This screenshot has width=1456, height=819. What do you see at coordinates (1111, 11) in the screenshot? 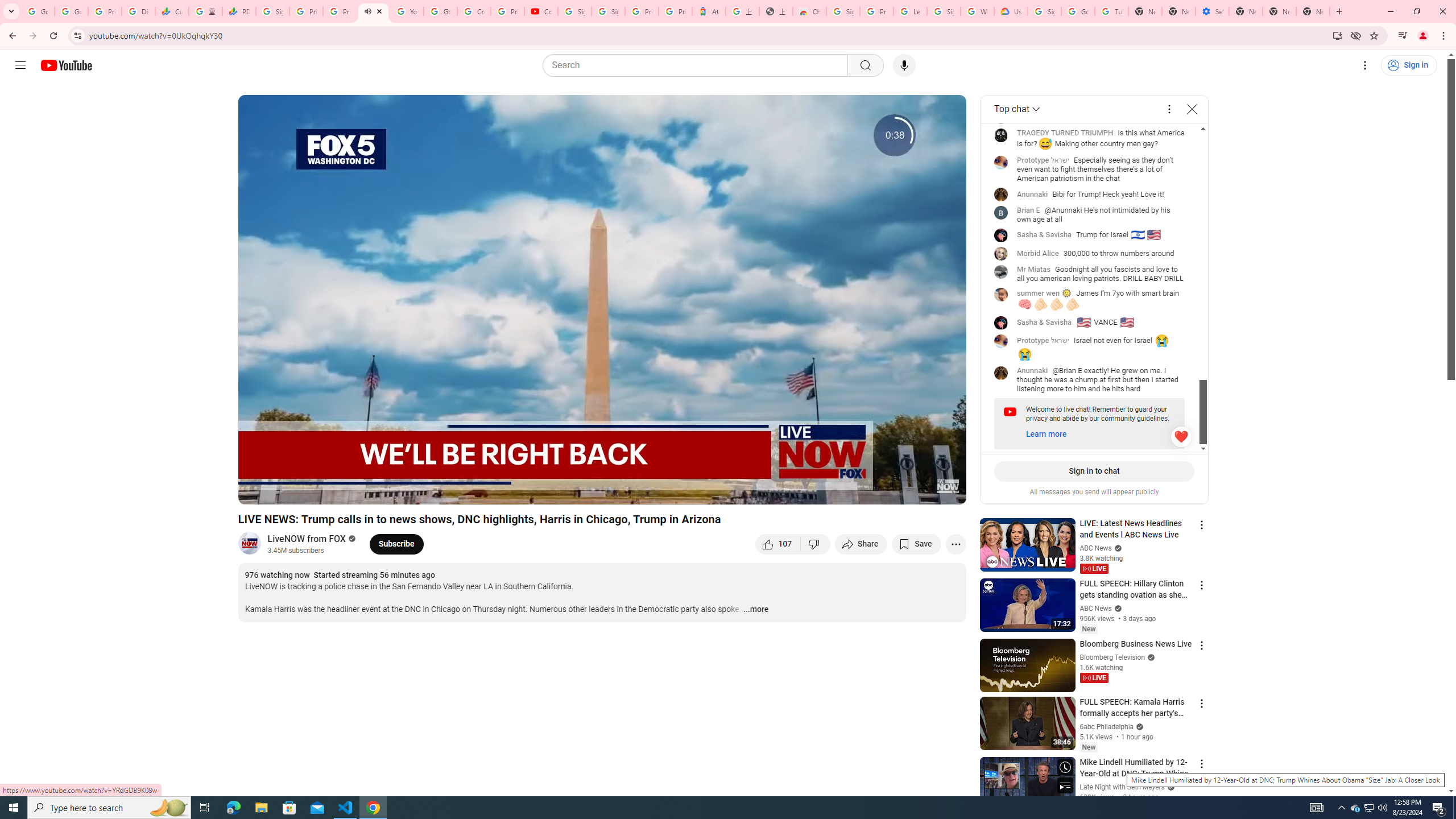
I see `'Turn cookies on or off - Computer - Google Account Help'` at bounding box center [1111, 11].